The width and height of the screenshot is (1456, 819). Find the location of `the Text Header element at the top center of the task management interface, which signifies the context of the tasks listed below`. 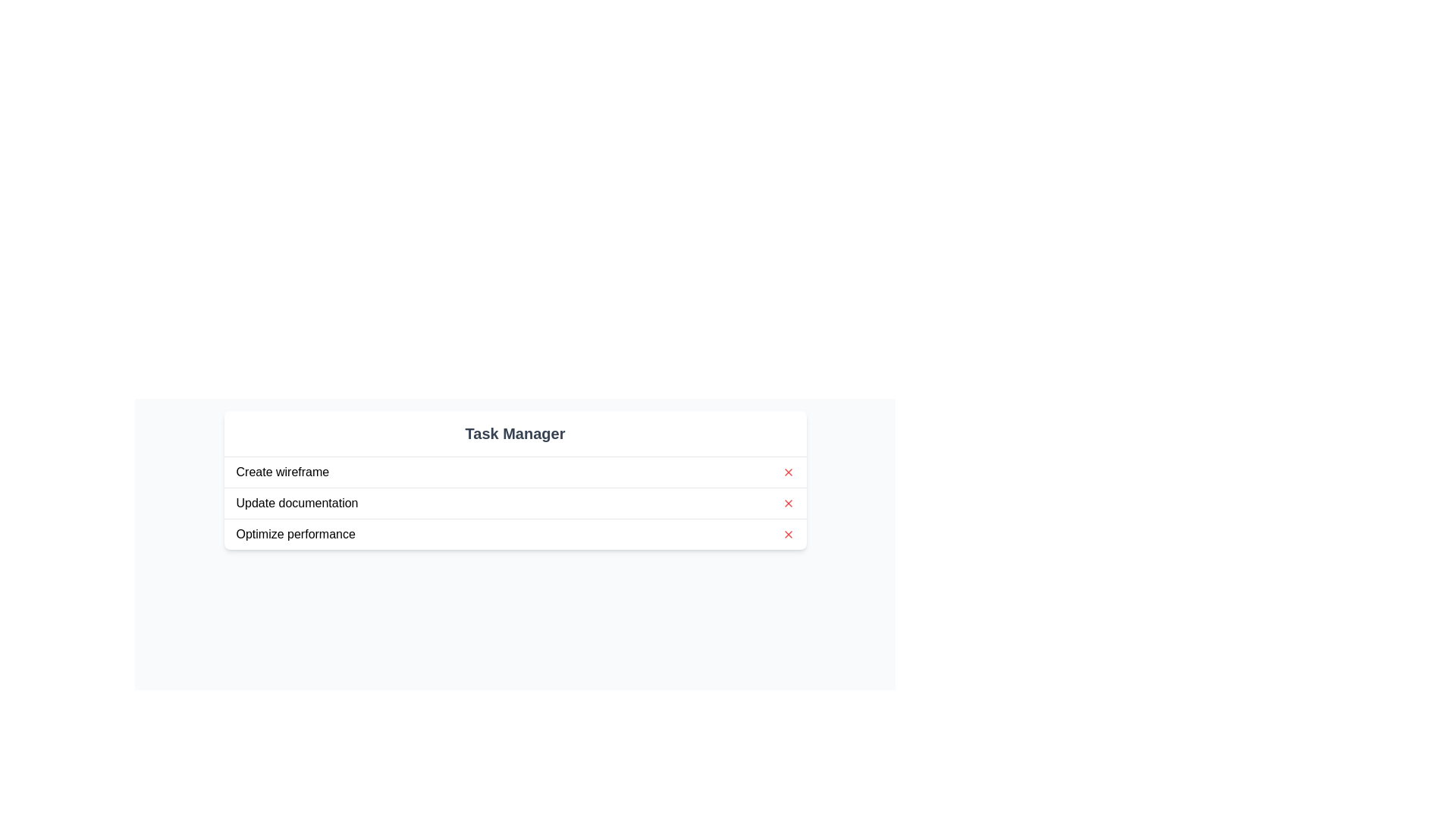

the Text Header element at the top center of the task management interface, which signifies the context of the tasks listed below is located at coordinates (515, 434).